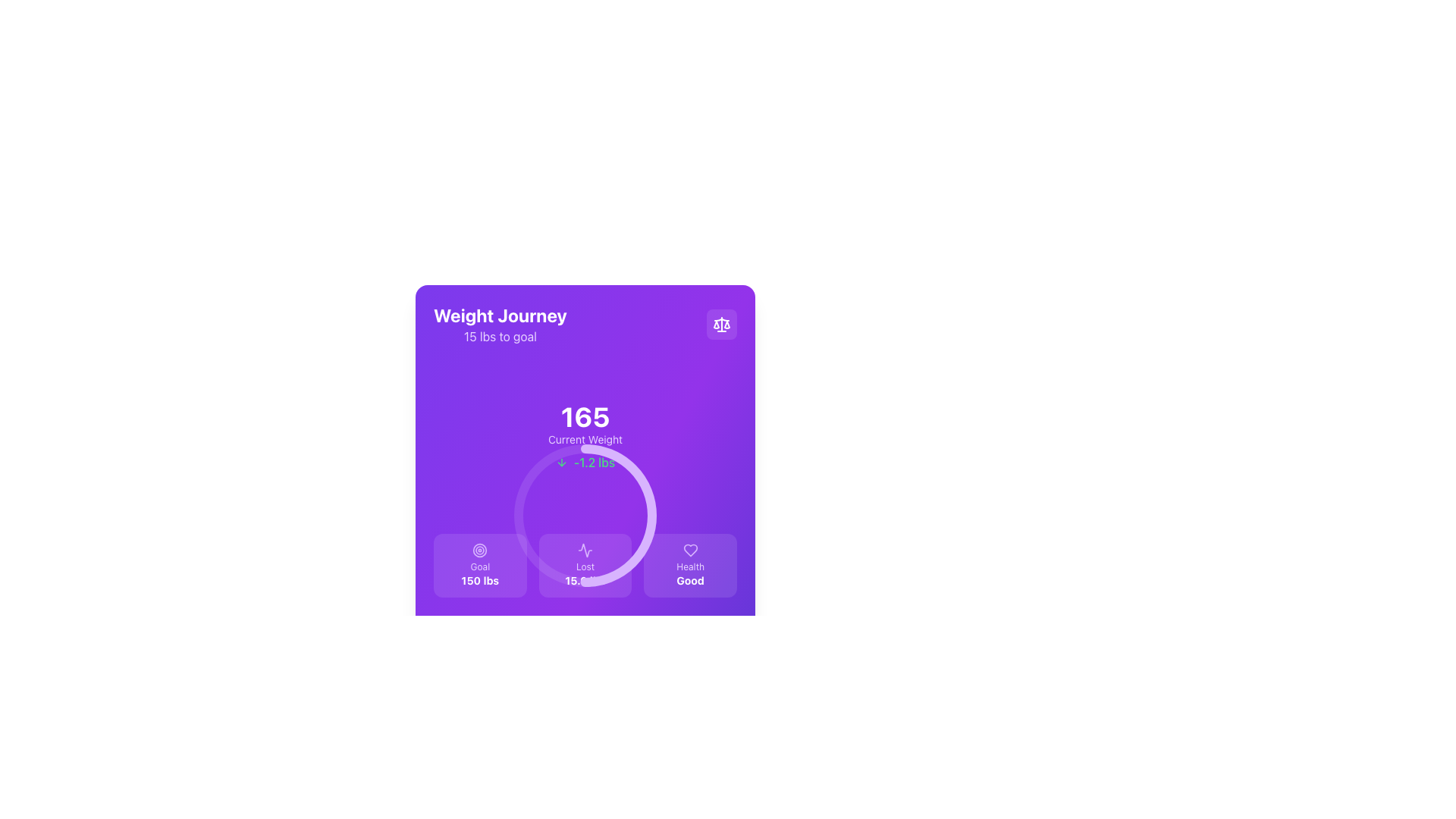 The width and height of the screenshot is (1456, 819). Describe the element at coordinates (585, 567) in the screenshot. I see `text of the label that says 'Lost', which is styled in a small font and purple color, positioned above a weight value text and below an activity icon` at that location.